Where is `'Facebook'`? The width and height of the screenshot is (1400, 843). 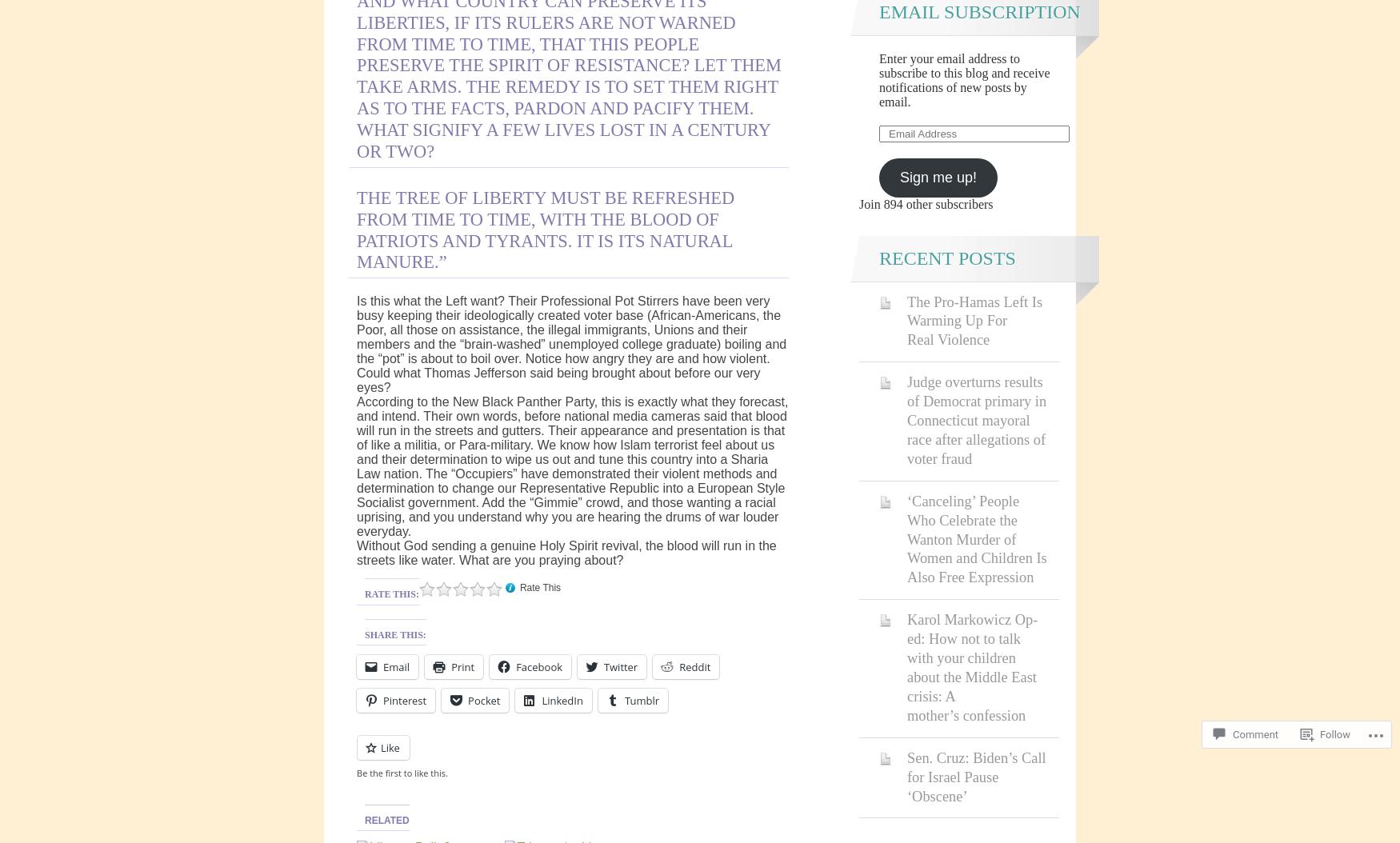
'Facebook' is located at coordinates (515, 666).